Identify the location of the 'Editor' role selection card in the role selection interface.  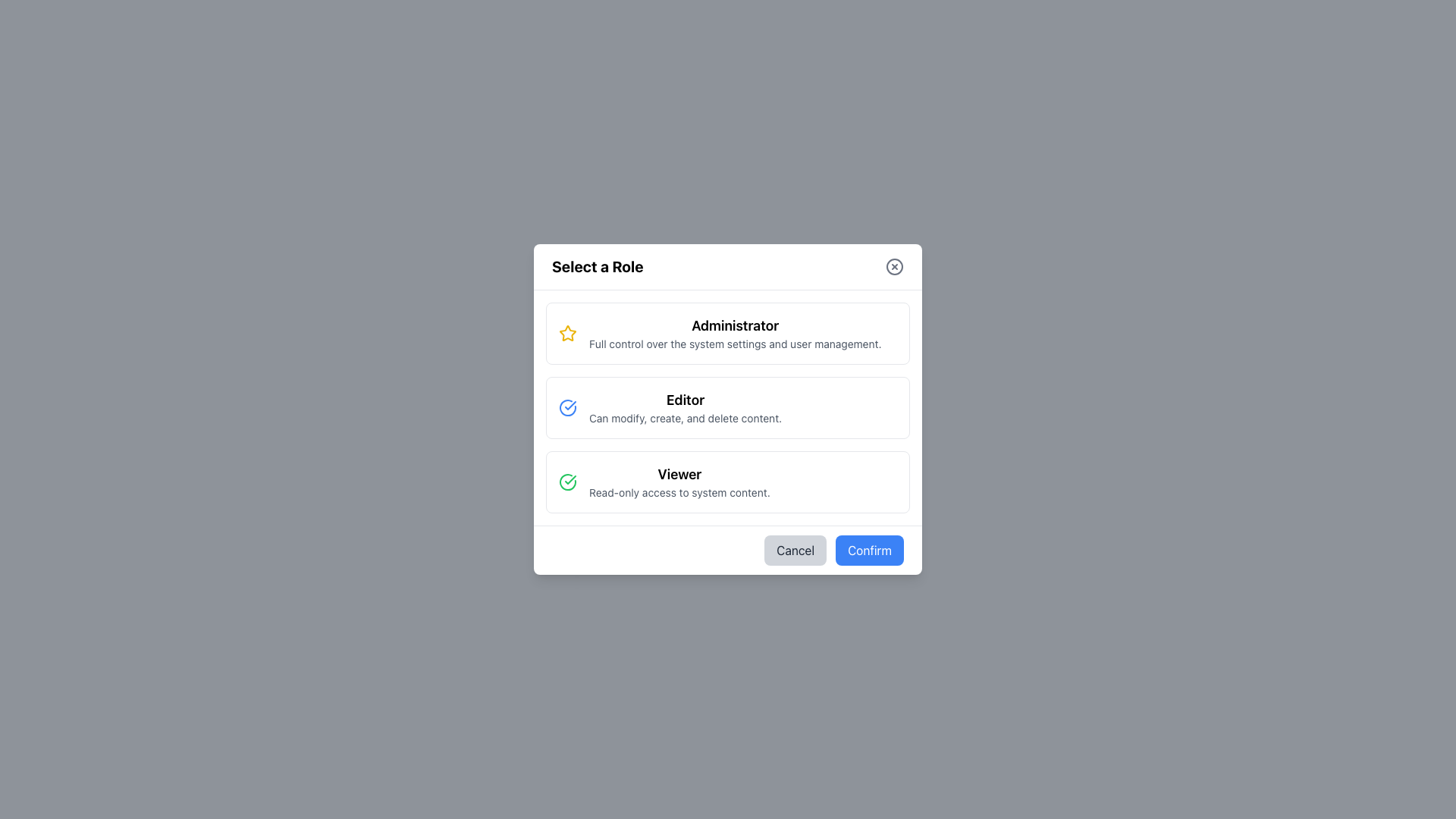
(728, 406).